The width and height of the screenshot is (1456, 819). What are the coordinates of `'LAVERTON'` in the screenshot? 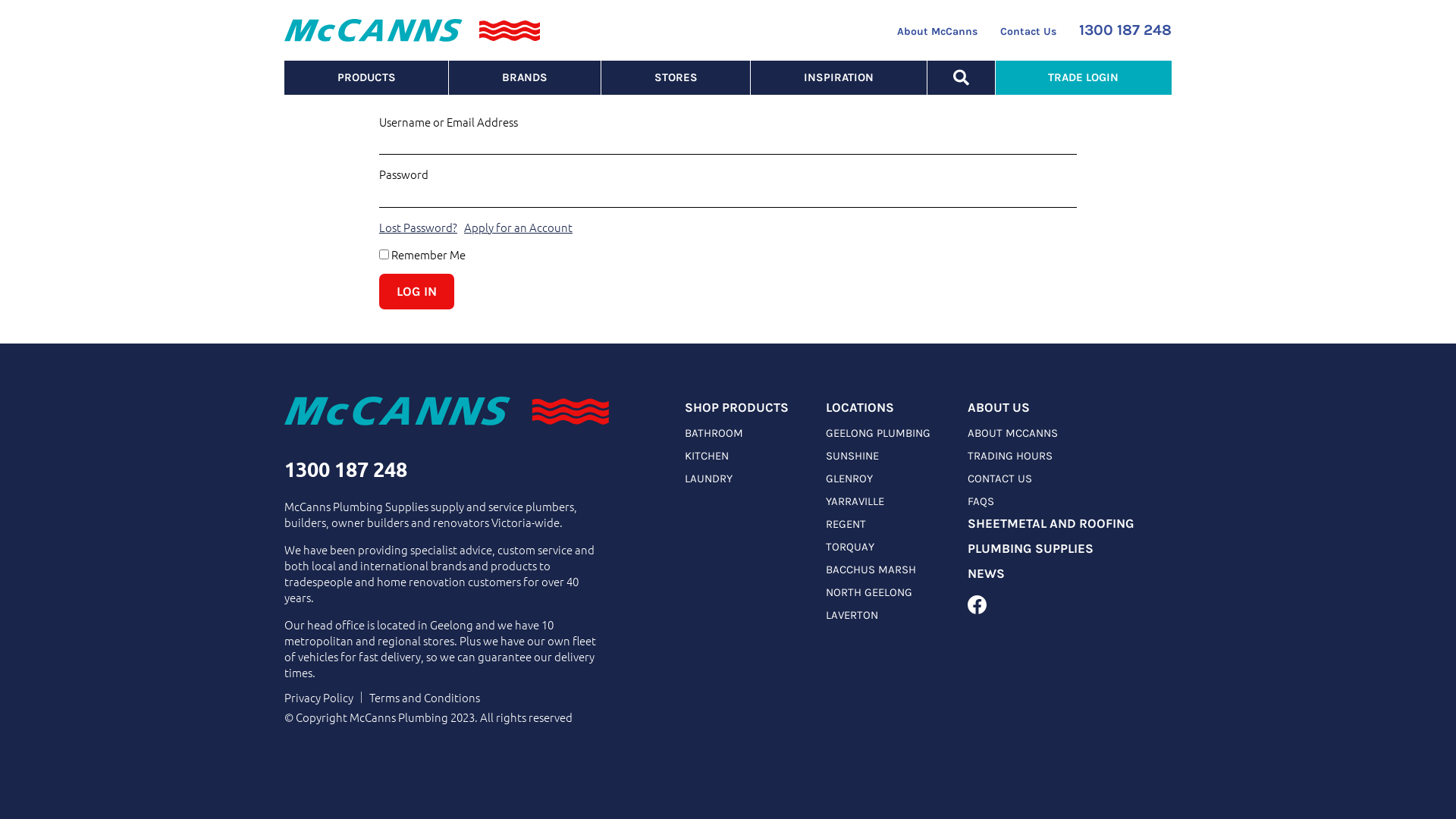 It's located at (852, 614).